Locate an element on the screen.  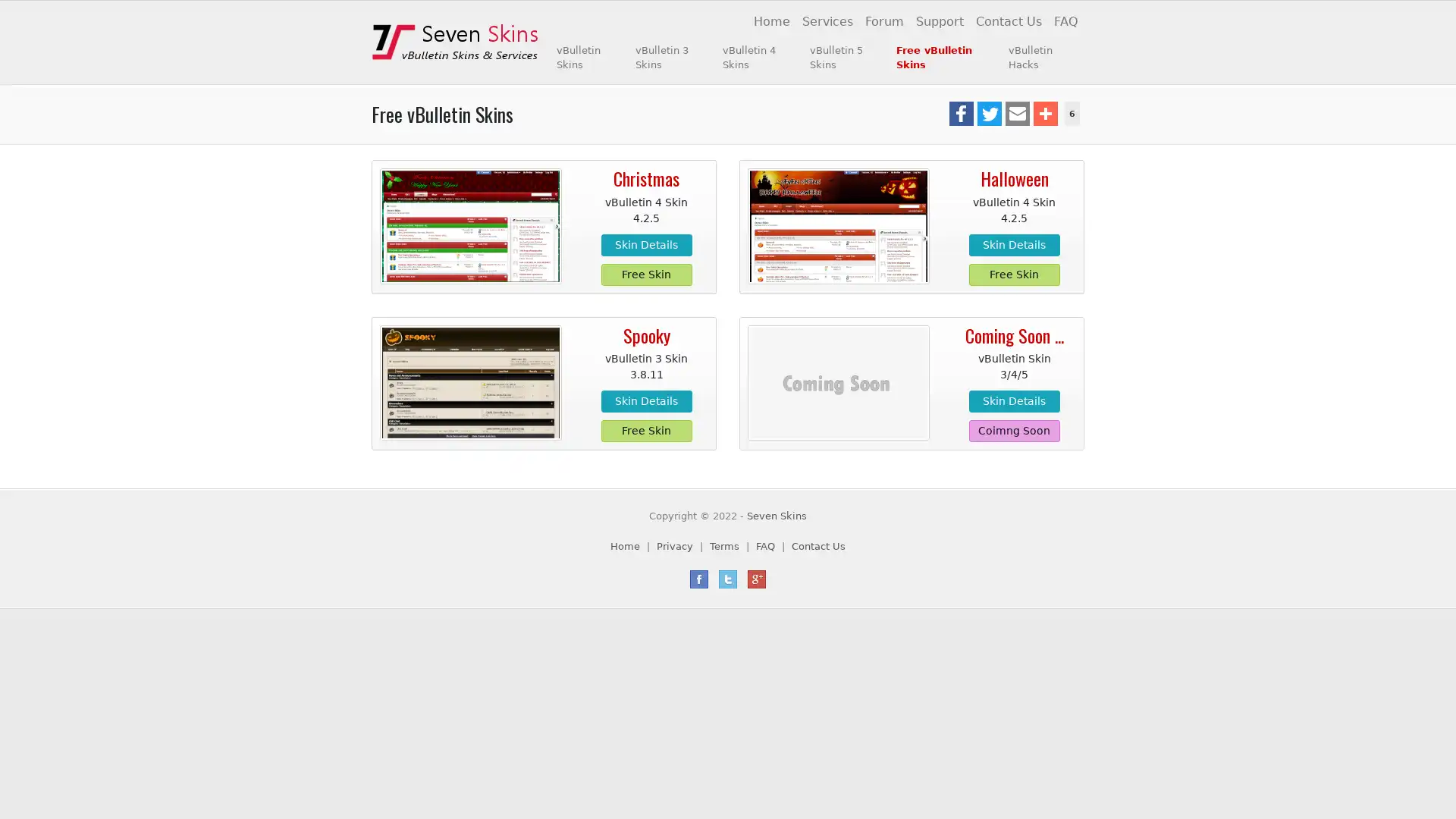
Skin Details is located at coordinates (645, 400).